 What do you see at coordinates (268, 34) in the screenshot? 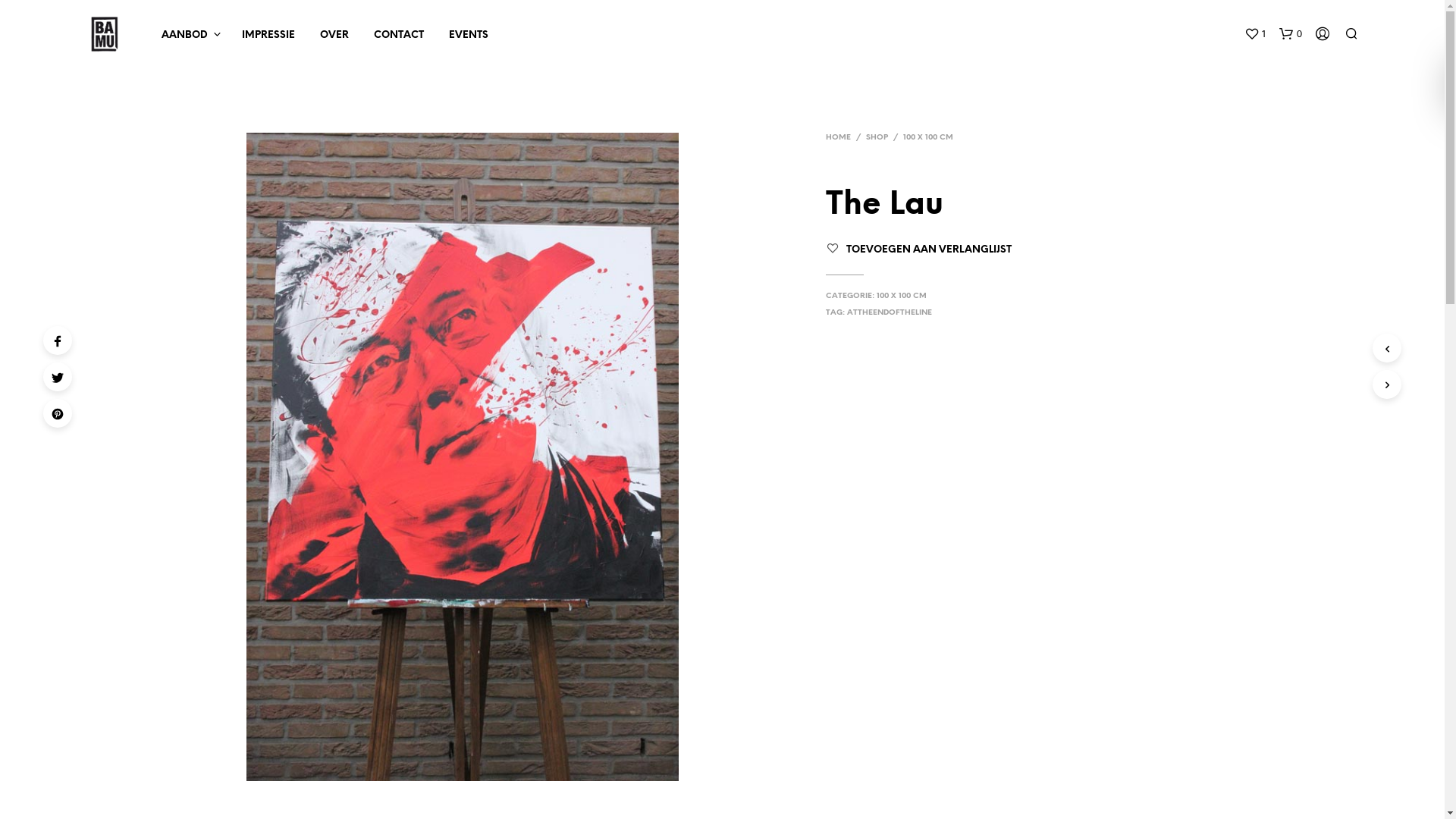
I see `'IMPRESSIE'` at bounding box center [268, 34].